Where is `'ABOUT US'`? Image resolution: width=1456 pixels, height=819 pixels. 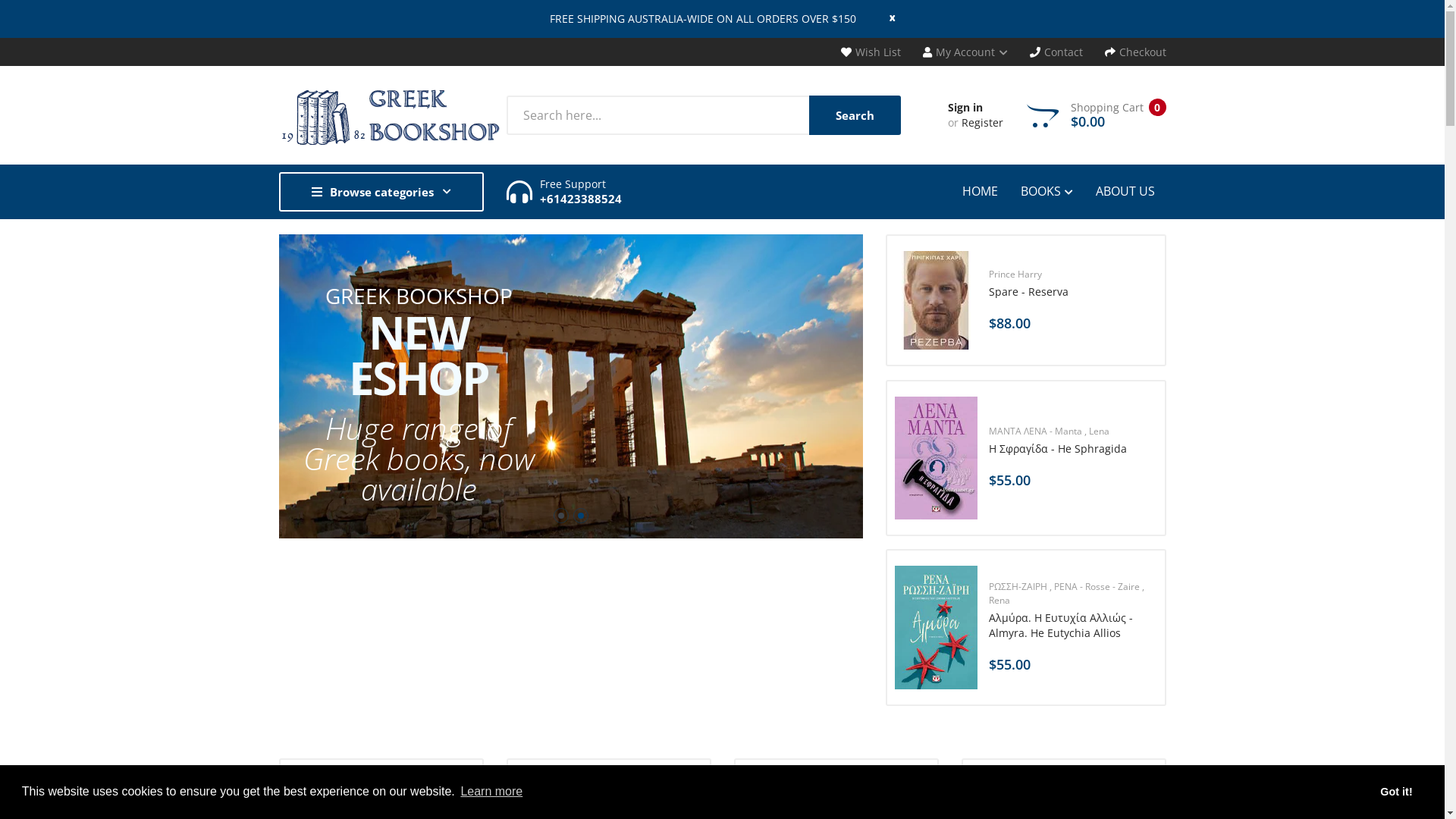 'ABOUT US' is located at coordinates (1125, 190).